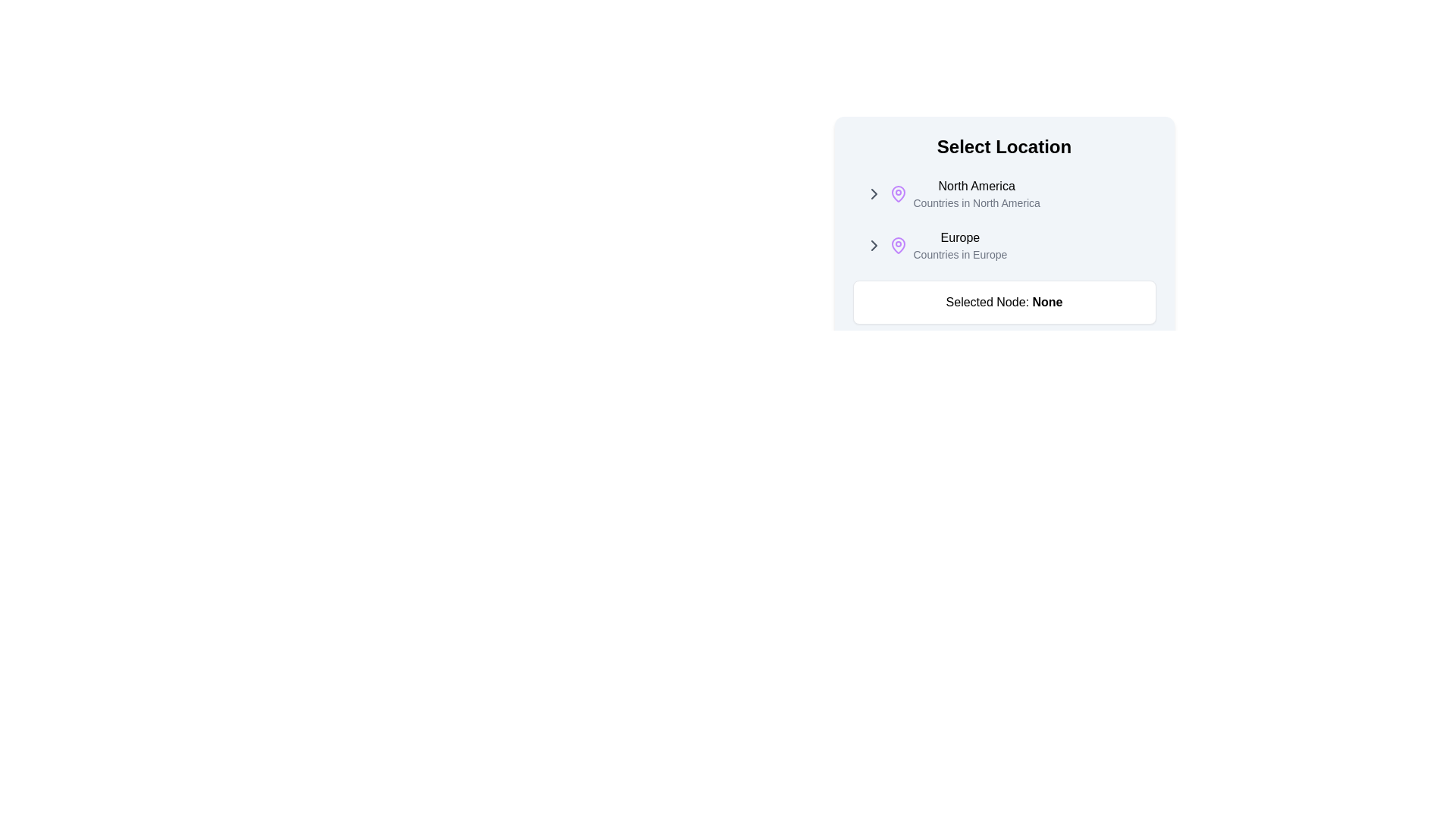 Image resolution: width=1456 pixels, height=819 pixels. Describe the element at coordinates (874, 245) in the screenshot. I see `the design of the 'Europe' icon which indicates that the option can be expanded for more details` at that location.